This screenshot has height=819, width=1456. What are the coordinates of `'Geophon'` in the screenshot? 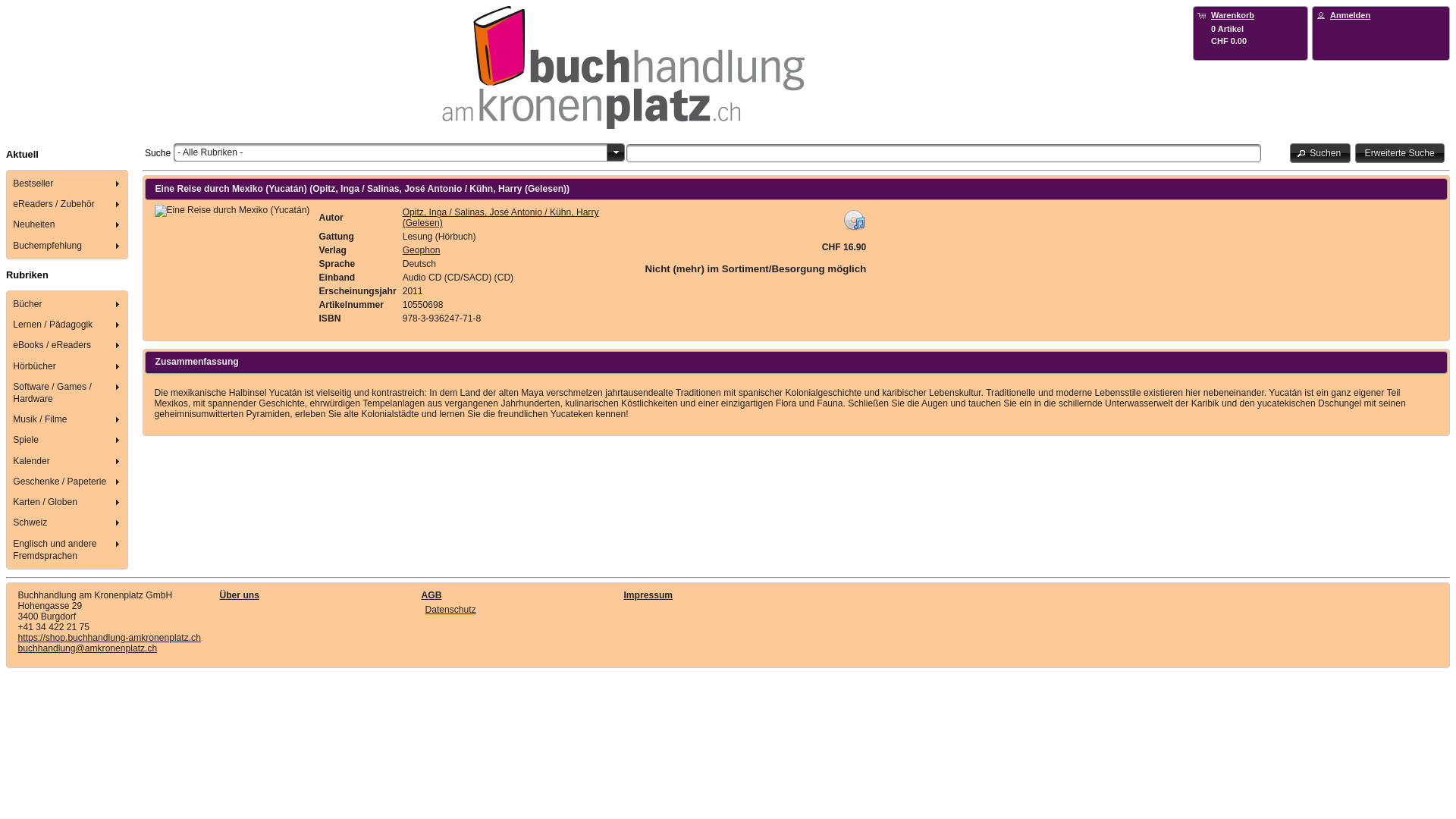 It's located at (403, 249).